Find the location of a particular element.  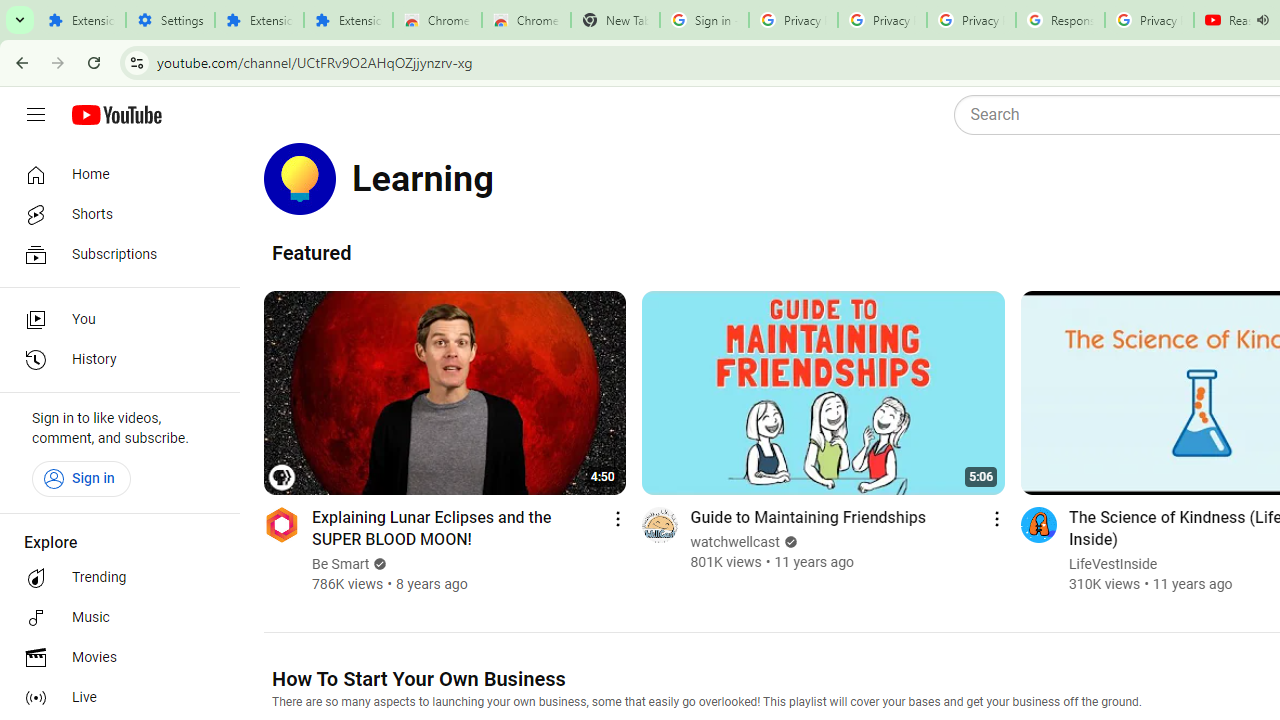

'Settings' is located at coordinates (170, 20).